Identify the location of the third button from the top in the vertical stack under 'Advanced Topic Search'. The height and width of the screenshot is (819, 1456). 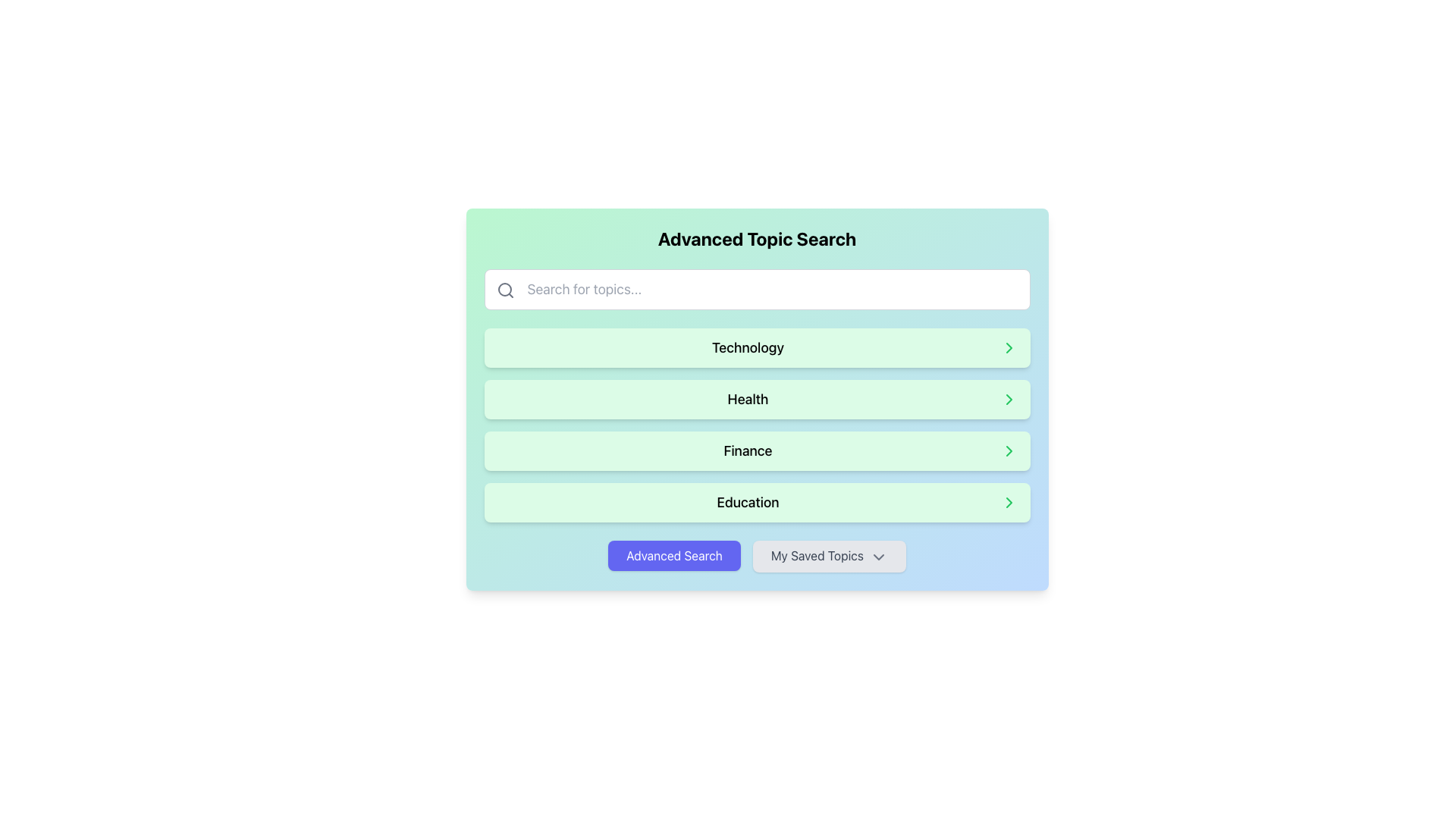
(757, 450).